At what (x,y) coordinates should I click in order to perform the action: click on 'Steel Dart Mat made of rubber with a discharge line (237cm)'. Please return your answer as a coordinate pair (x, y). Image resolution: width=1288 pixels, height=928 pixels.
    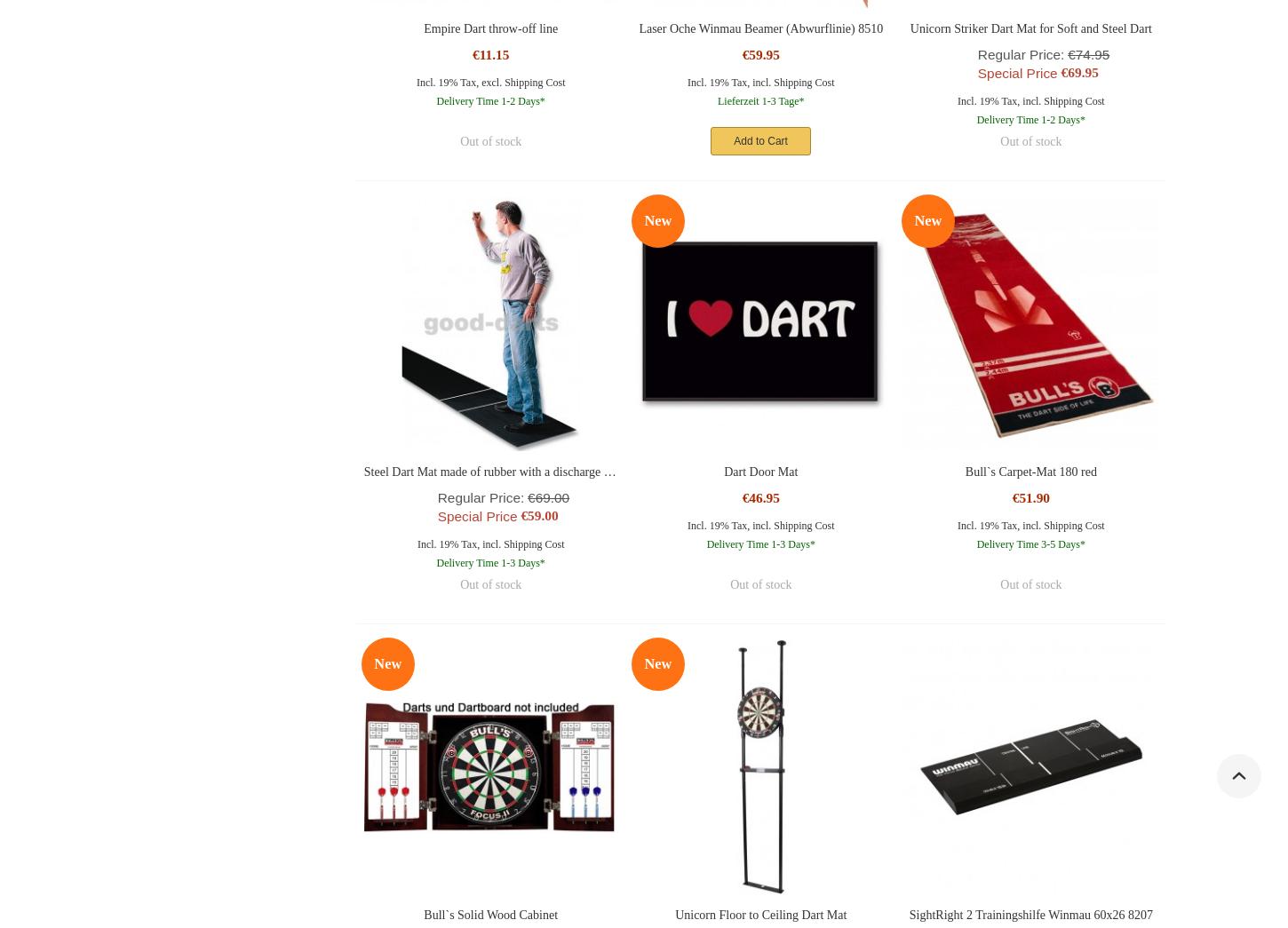
    Looking at the image, I should click on (515, 471).